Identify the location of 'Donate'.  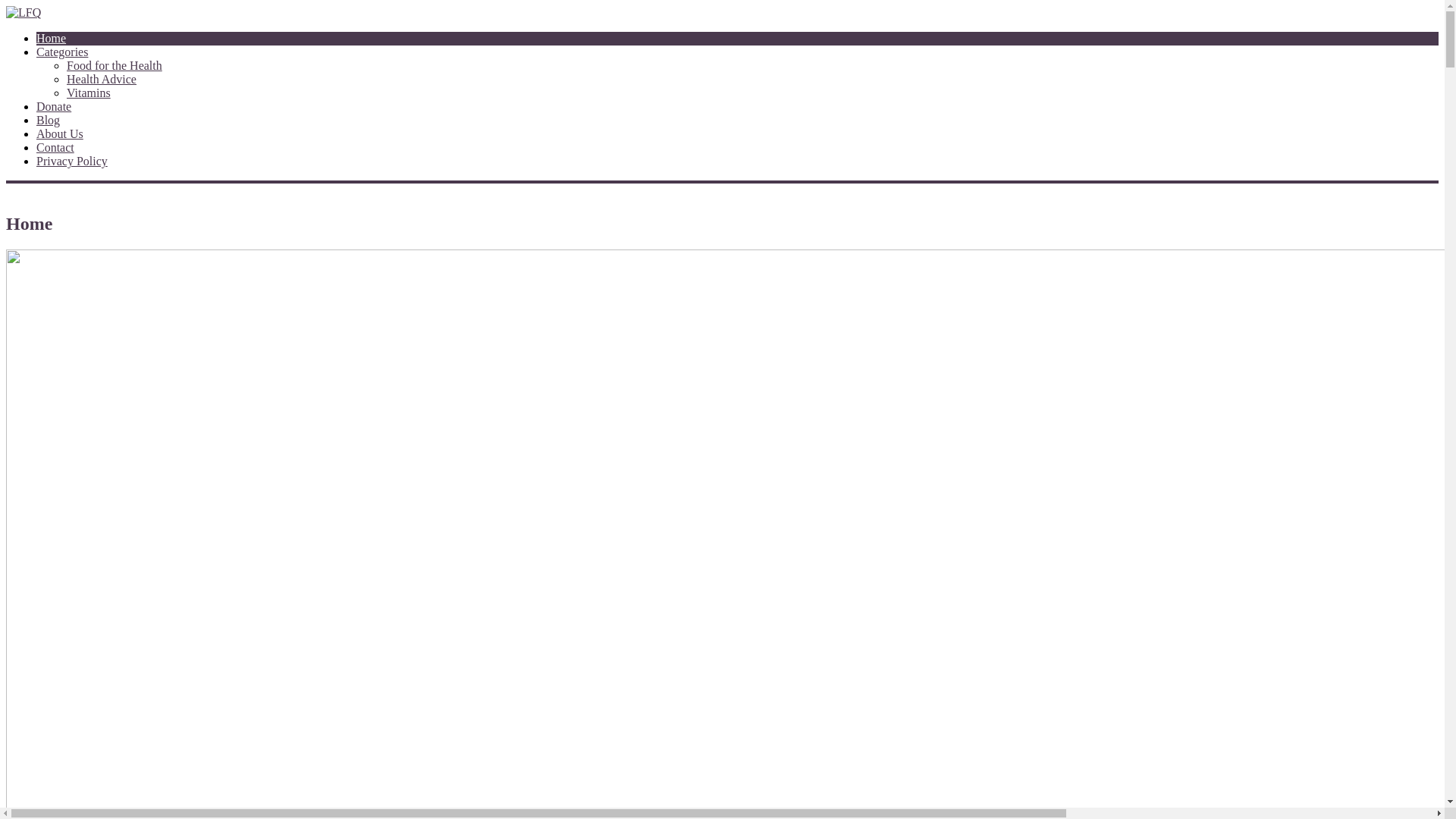
(54, 105).